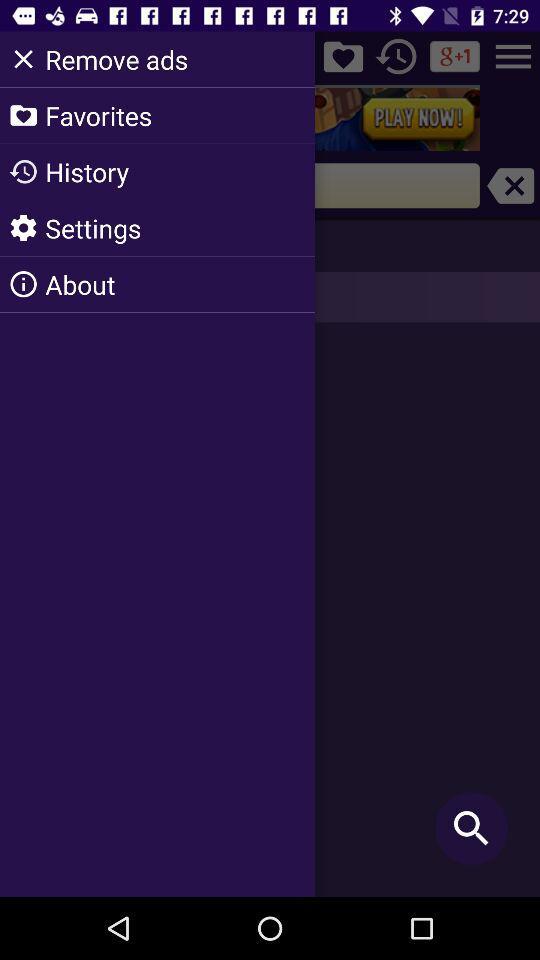  What do you see at coordinates (397, 56) in the screenshot?
I see `the icon just below to bluetooth icon` at bounding box center [397, 56].